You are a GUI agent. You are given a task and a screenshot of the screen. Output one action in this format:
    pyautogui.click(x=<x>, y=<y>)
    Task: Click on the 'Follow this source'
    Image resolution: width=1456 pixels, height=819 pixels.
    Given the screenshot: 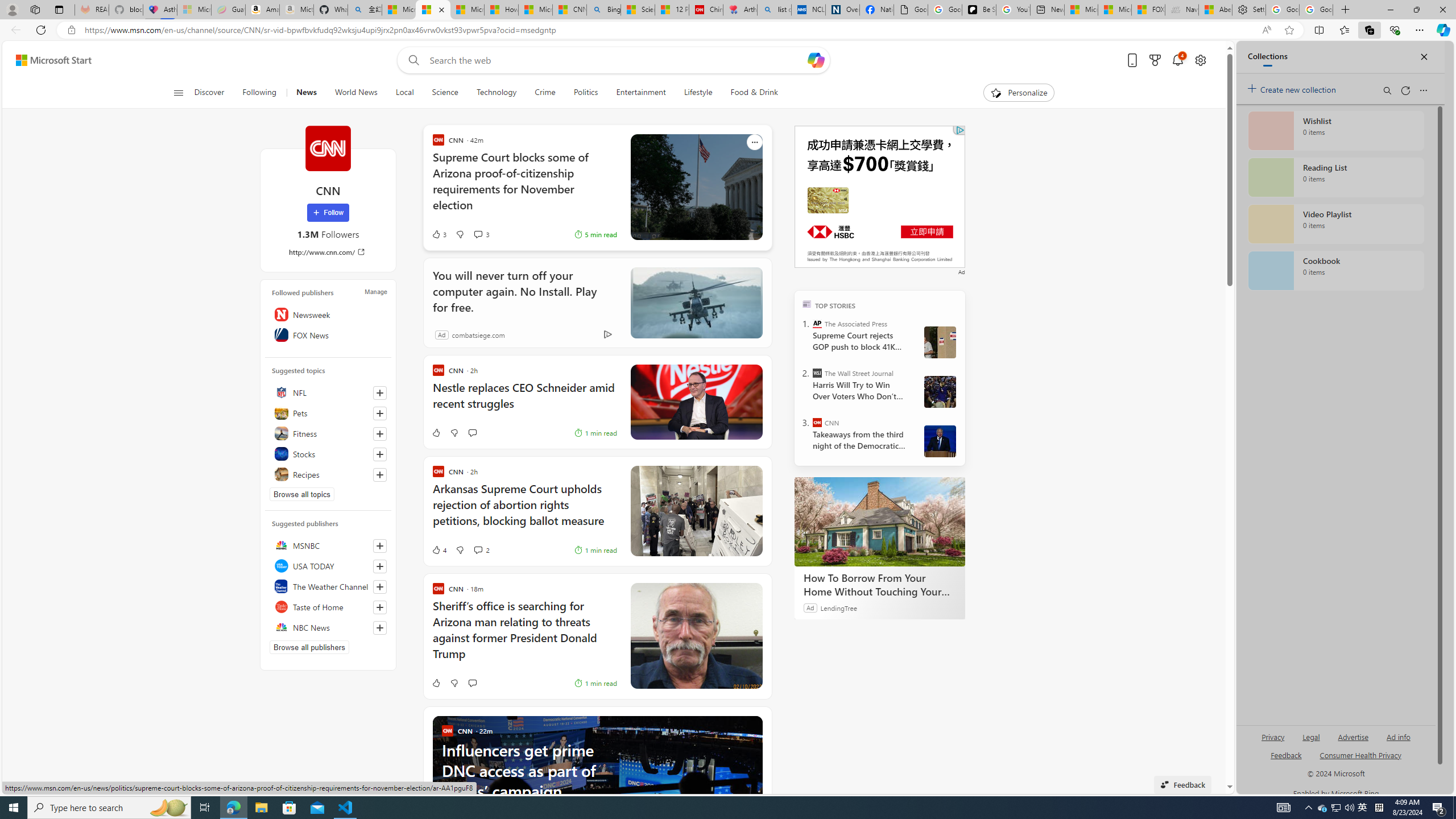 What is the action you would take?
    pyautogui.click(x=380, y=627)
    